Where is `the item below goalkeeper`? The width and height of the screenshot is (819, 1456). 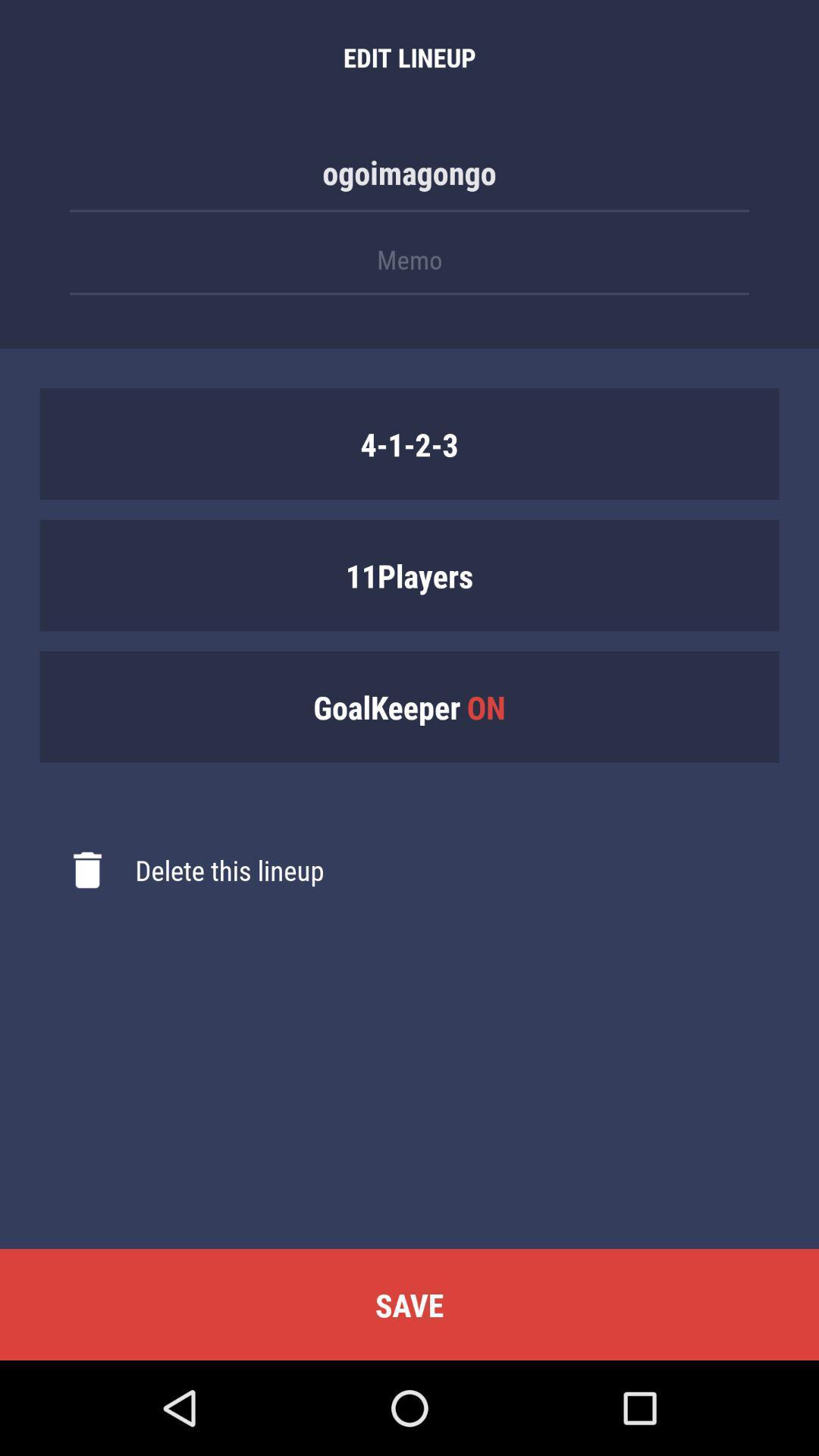 the item below goalkeeper is located at coordinates (180, 870).